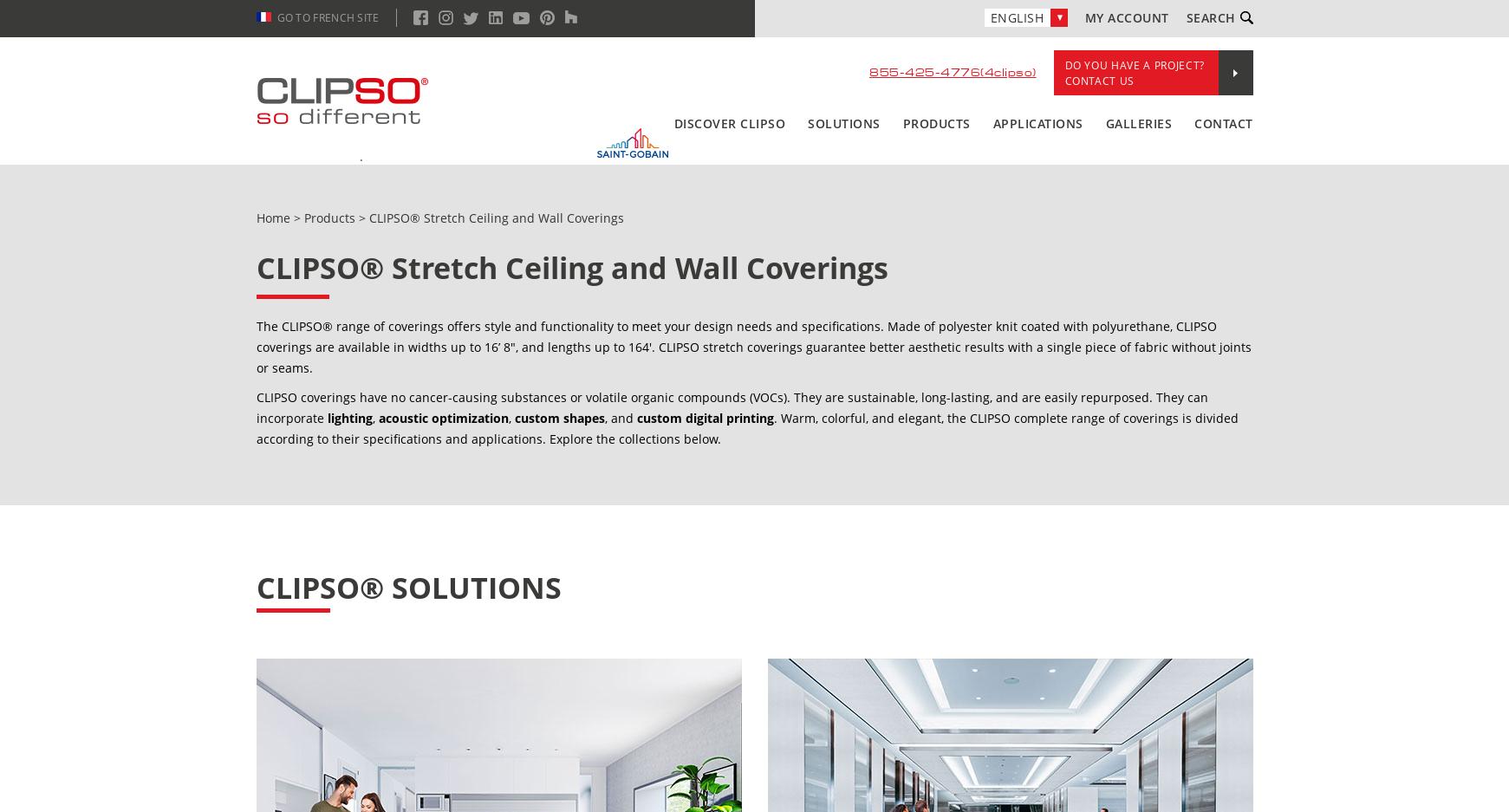 The image size is (1509, 812). Describe the element at coordinates (348, 418) in the screenshot. I see `'lighting'` at that location.